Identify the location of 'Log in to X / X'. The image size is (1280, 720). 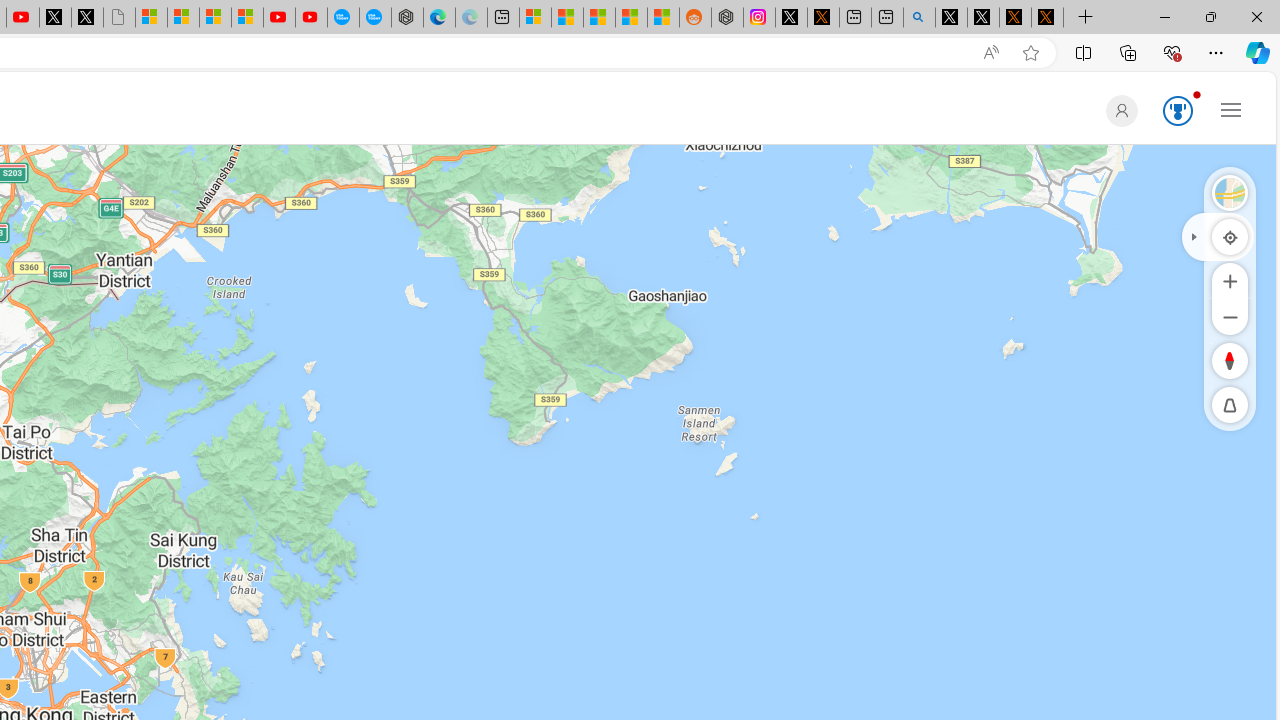
(790, 17).